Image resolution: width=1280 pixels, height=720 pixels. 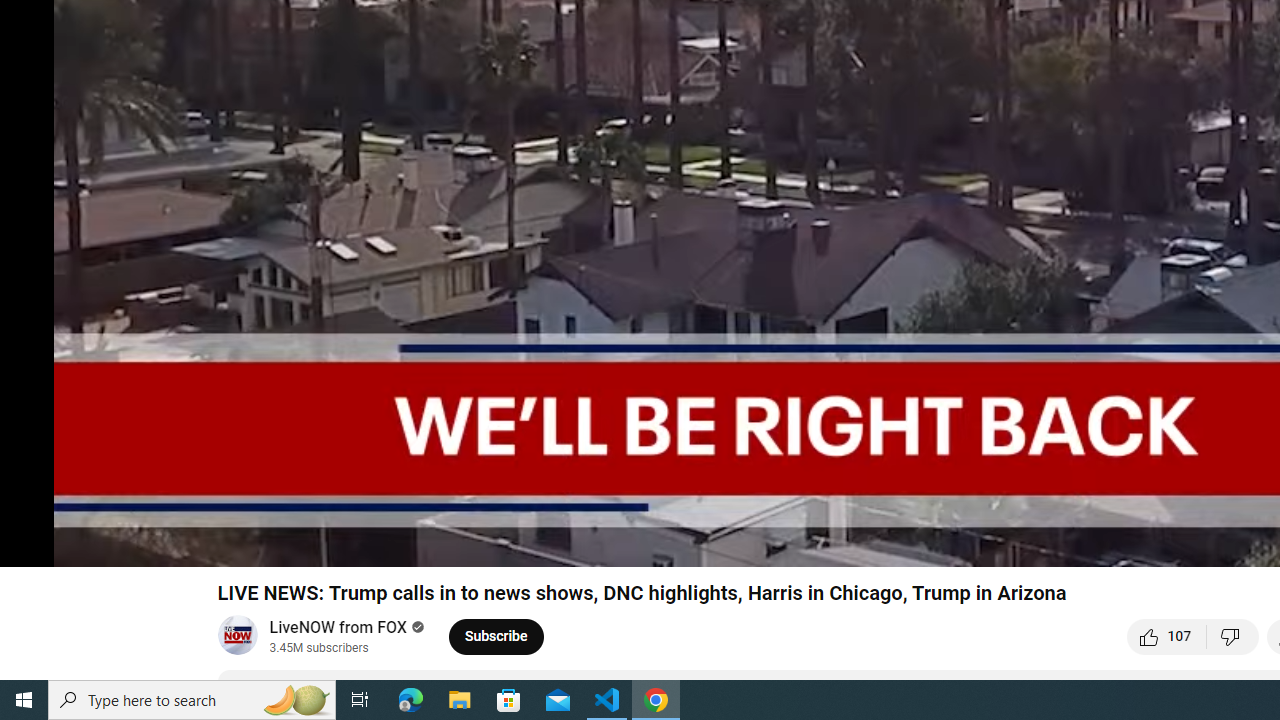 What do you see at coordinates (1232, 636) in the screenshot?
I see `'Dislike this video'` at bounding box center [1232, 636].